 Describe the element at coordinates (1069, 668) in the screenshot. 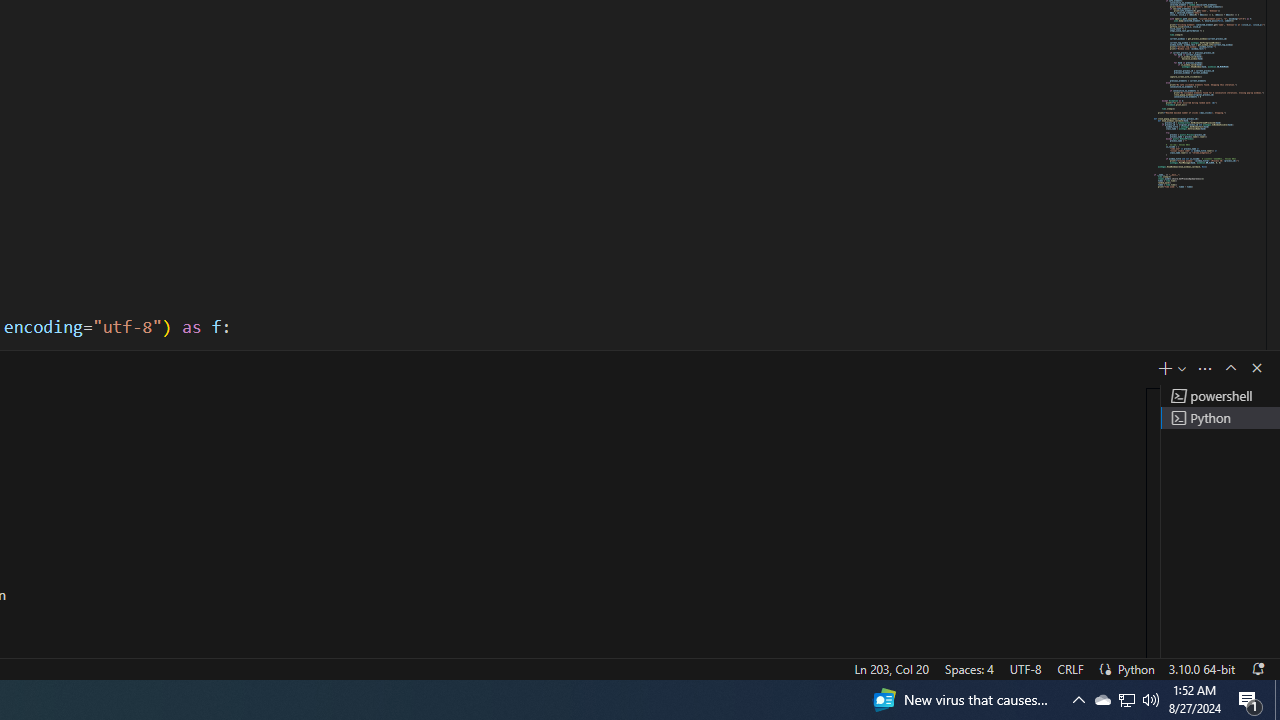

I see `'CRLF'` at that location.